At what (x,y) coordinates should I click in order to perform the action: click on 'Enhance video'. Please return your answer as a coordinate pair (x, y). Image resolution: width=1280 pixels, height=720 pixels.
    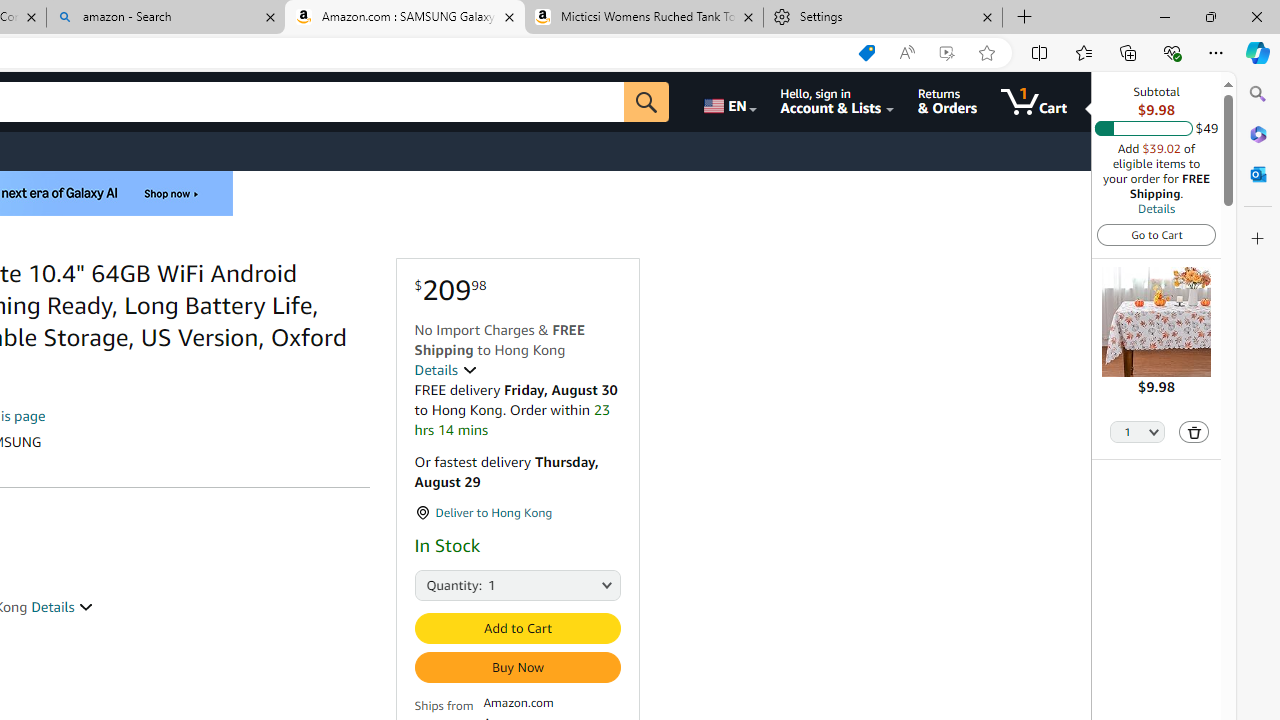
    Looking at the image, I should click on (945, 52).